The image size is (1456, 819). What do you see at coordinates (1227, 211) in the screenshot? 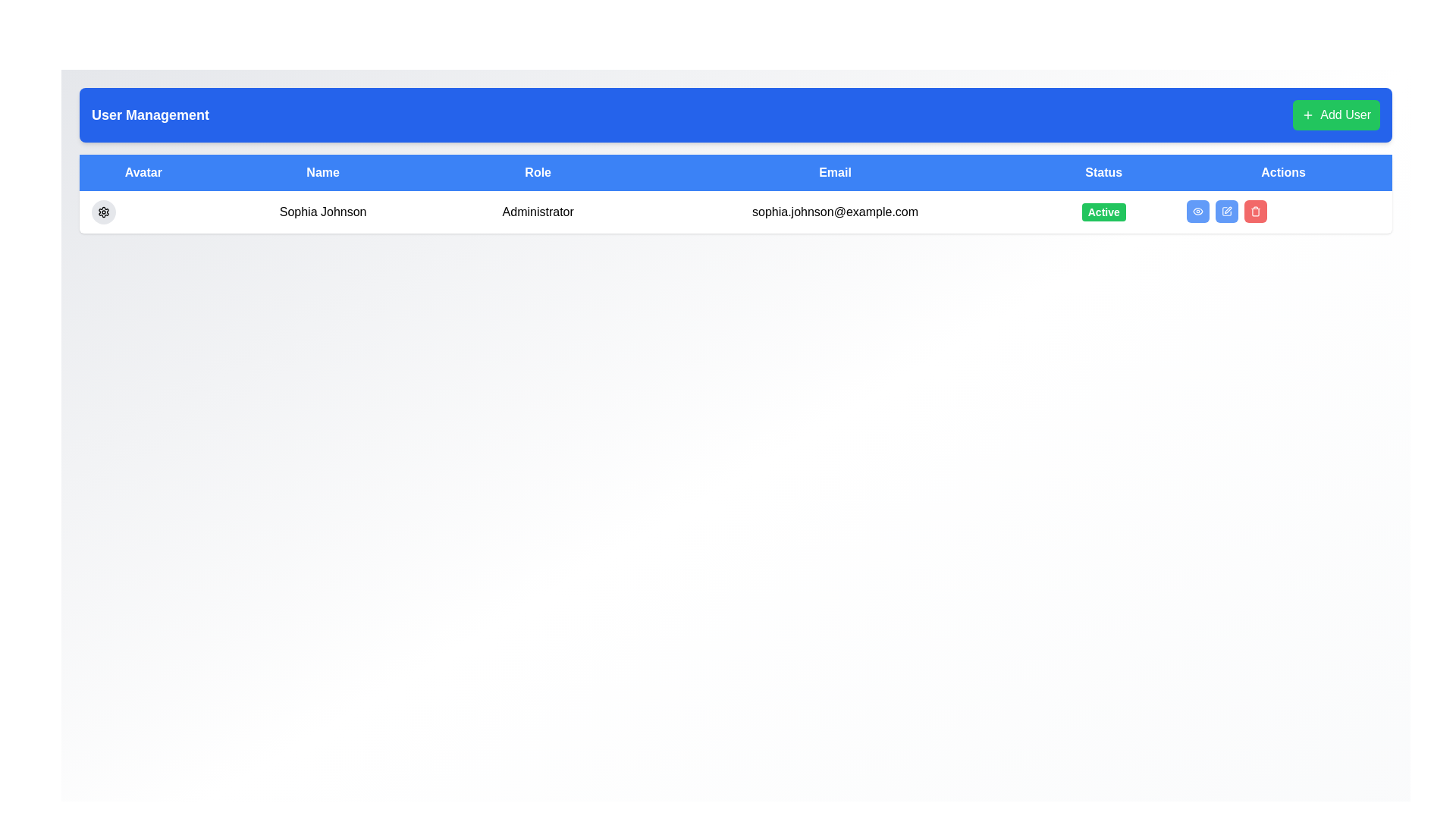
I see `the blue button with a white pen icon located in the 'Actions' column of the user management table to initiate an action` at bounding box center [1227, 211].